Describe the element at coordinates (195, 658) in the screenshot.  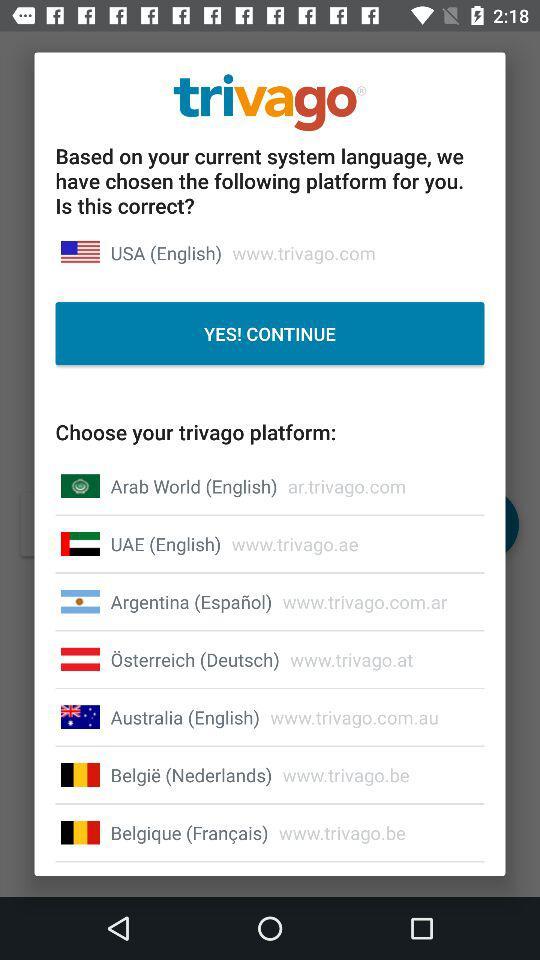
I see `item next to www.trivago.at icon` at that location.